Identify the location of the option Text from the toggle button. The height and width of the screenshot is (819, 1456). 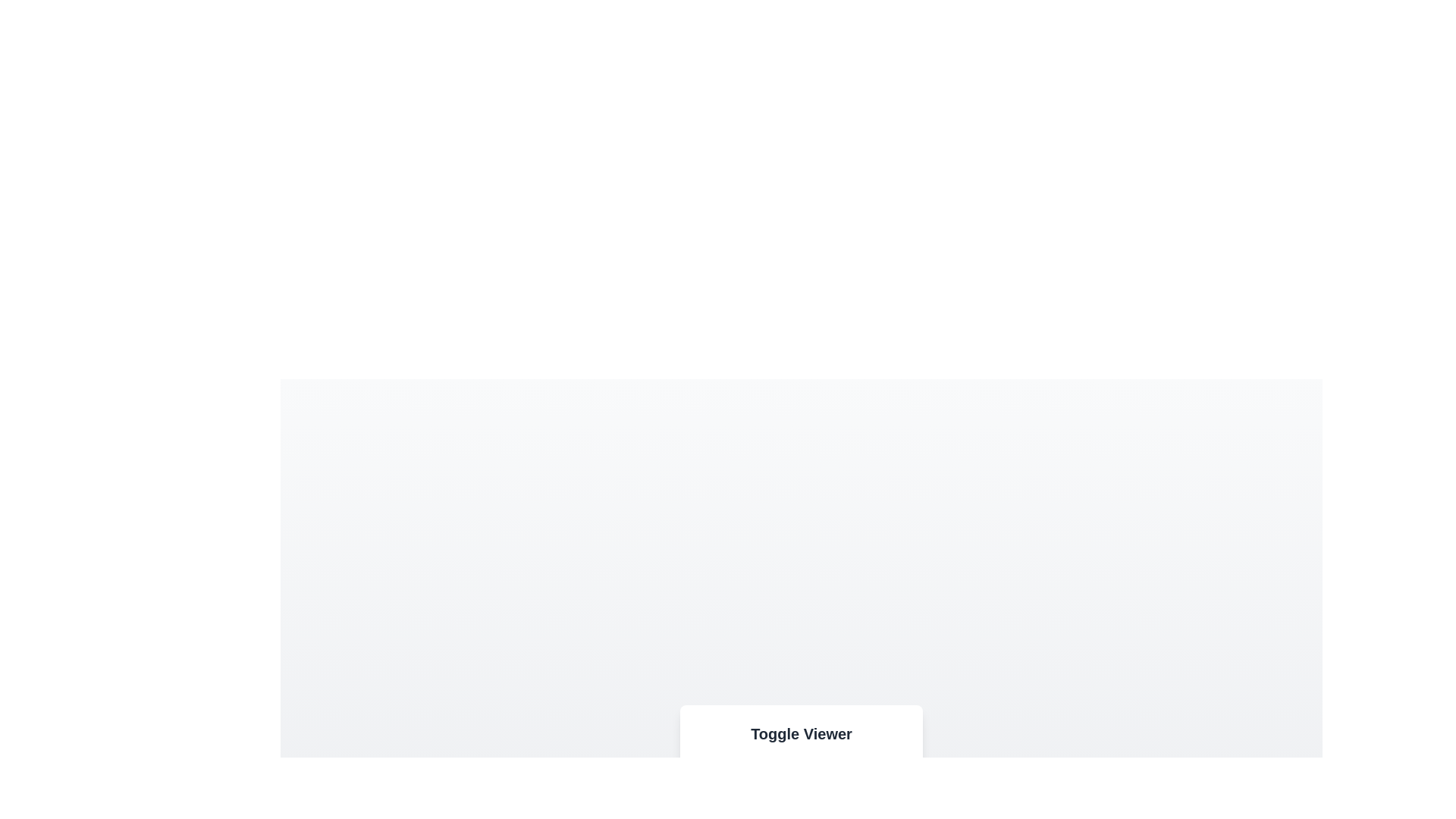
(890, 789).